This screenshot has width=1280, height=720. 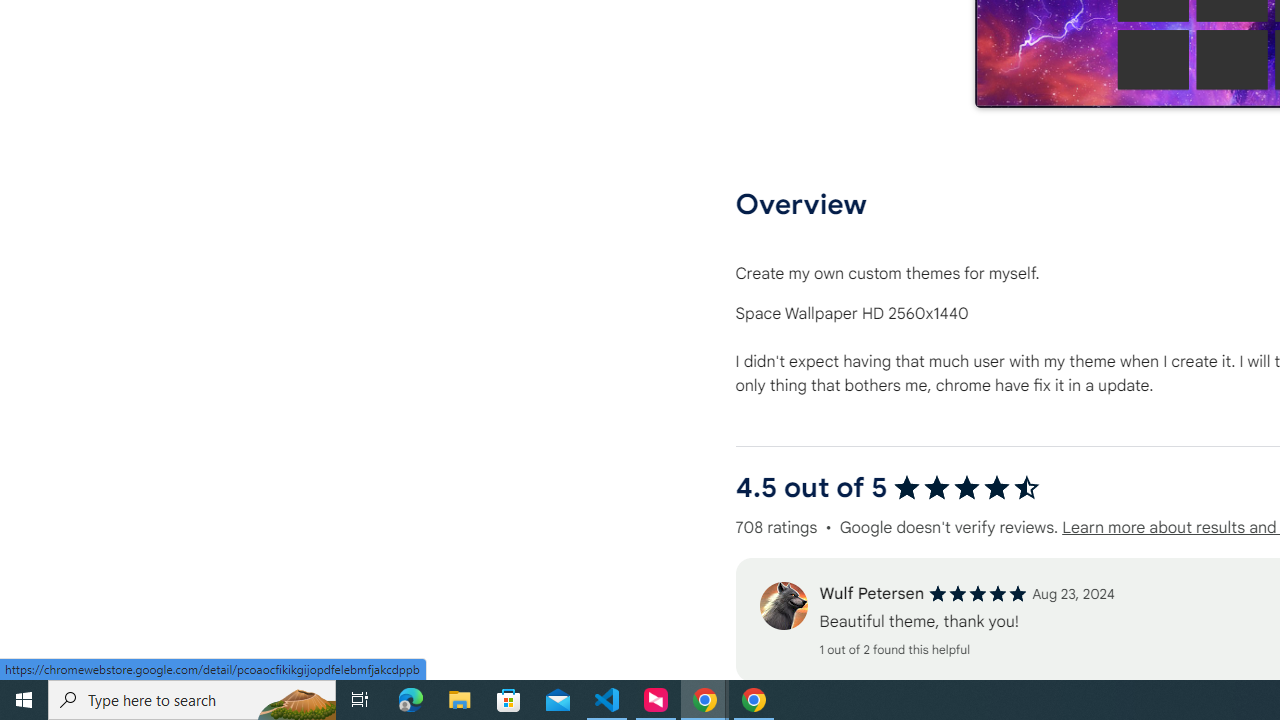 What do you see at coordinates (978, 593) in the screenshot?
I see `'5 out of 5 stars'` at bounding box center [978, 593].